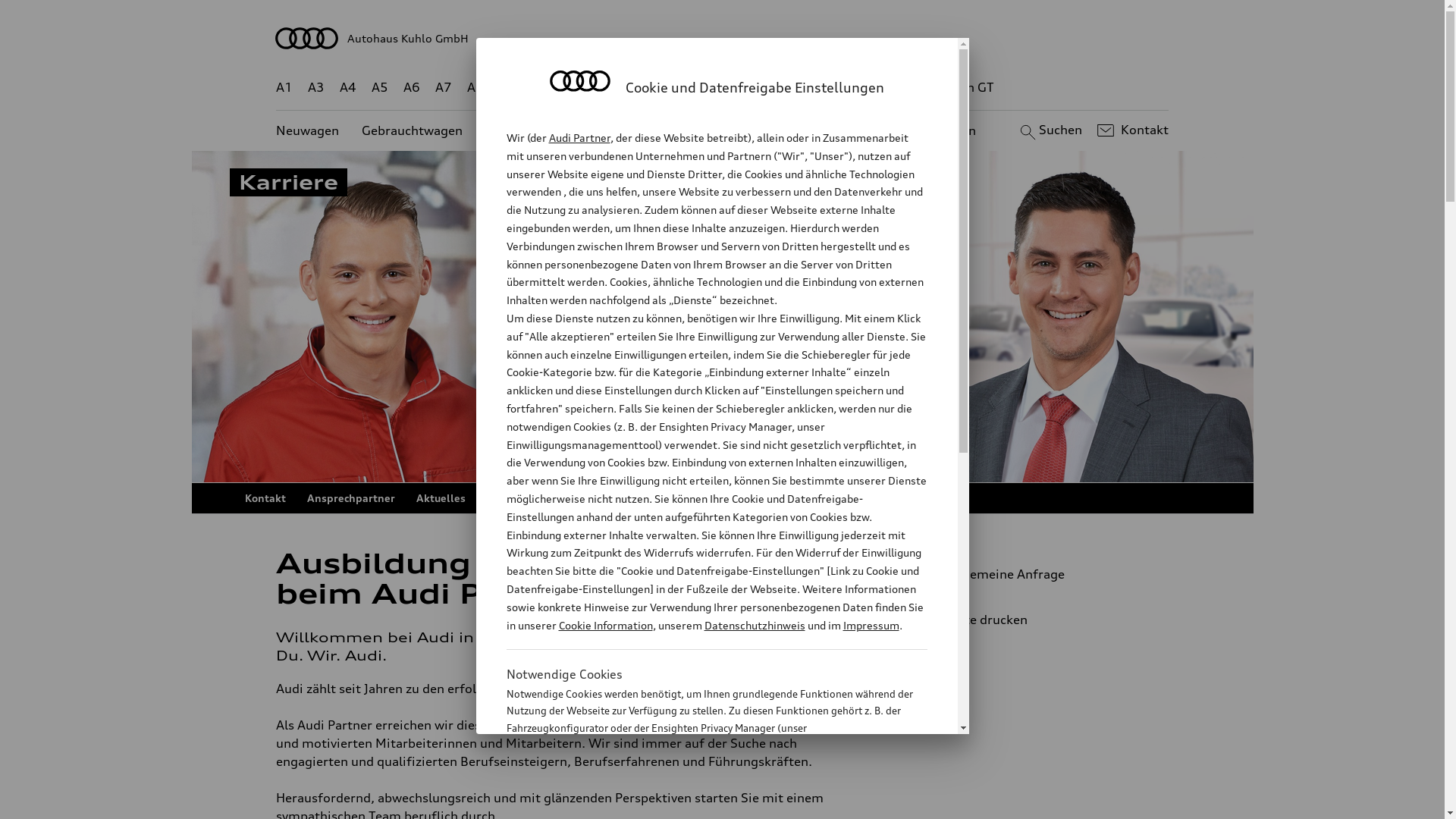  Describe the element at coordinates (871, 625) in the screenshot. I see `'Impressum'` at that location.